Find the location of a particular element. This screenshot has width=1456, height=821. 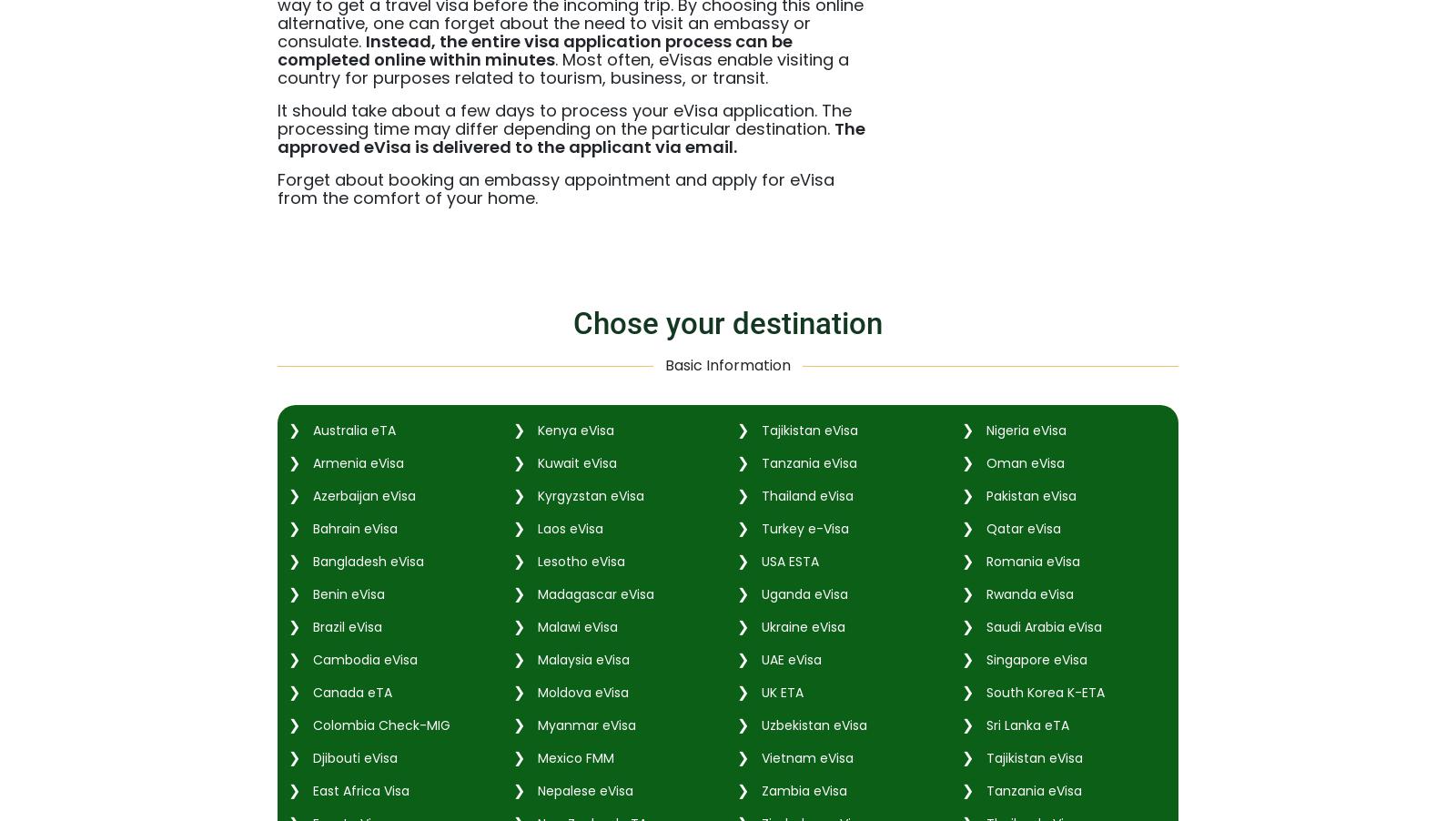

'Forget about booking an embassy appointment and apply for eVisa from the comfort of your home.' is located at coordinates (556, 187).